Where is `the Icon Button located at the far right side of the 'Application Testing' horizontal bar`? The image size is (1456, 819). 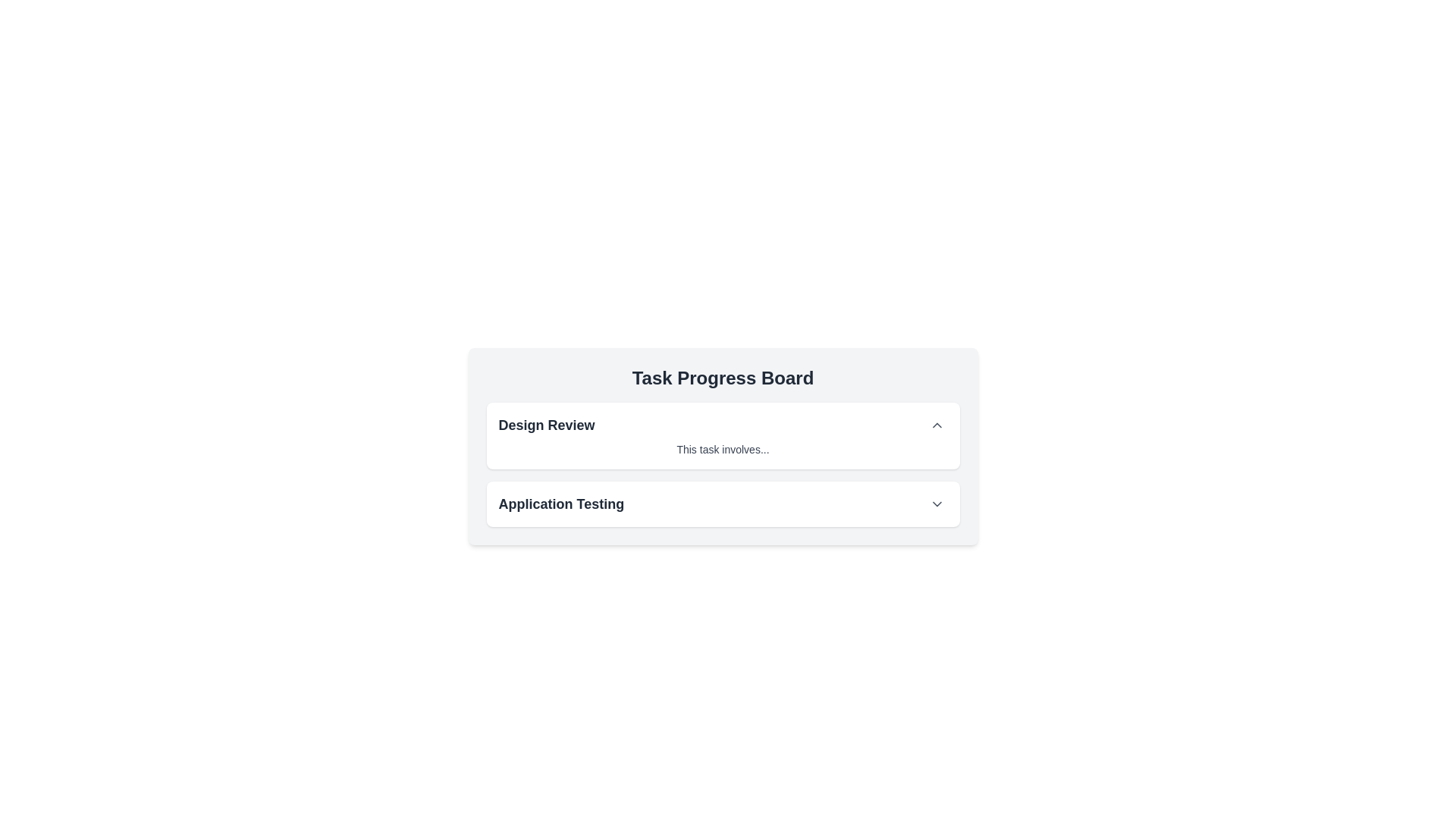 the Icon Button located at the far right side of the 'Application Testing' horizontal bar is located at coordinates (936, 504).